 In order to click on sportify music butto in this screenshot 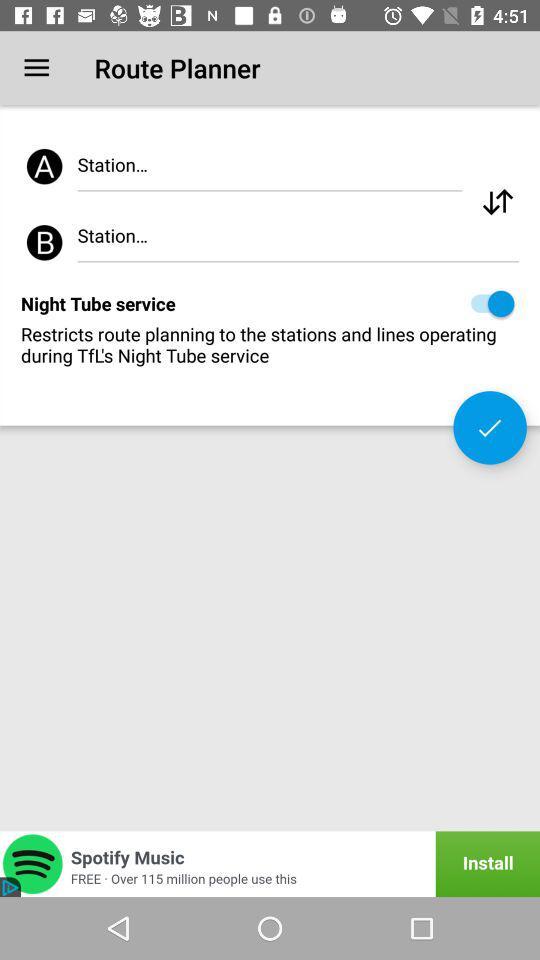, I will do `click(270, 863)`.